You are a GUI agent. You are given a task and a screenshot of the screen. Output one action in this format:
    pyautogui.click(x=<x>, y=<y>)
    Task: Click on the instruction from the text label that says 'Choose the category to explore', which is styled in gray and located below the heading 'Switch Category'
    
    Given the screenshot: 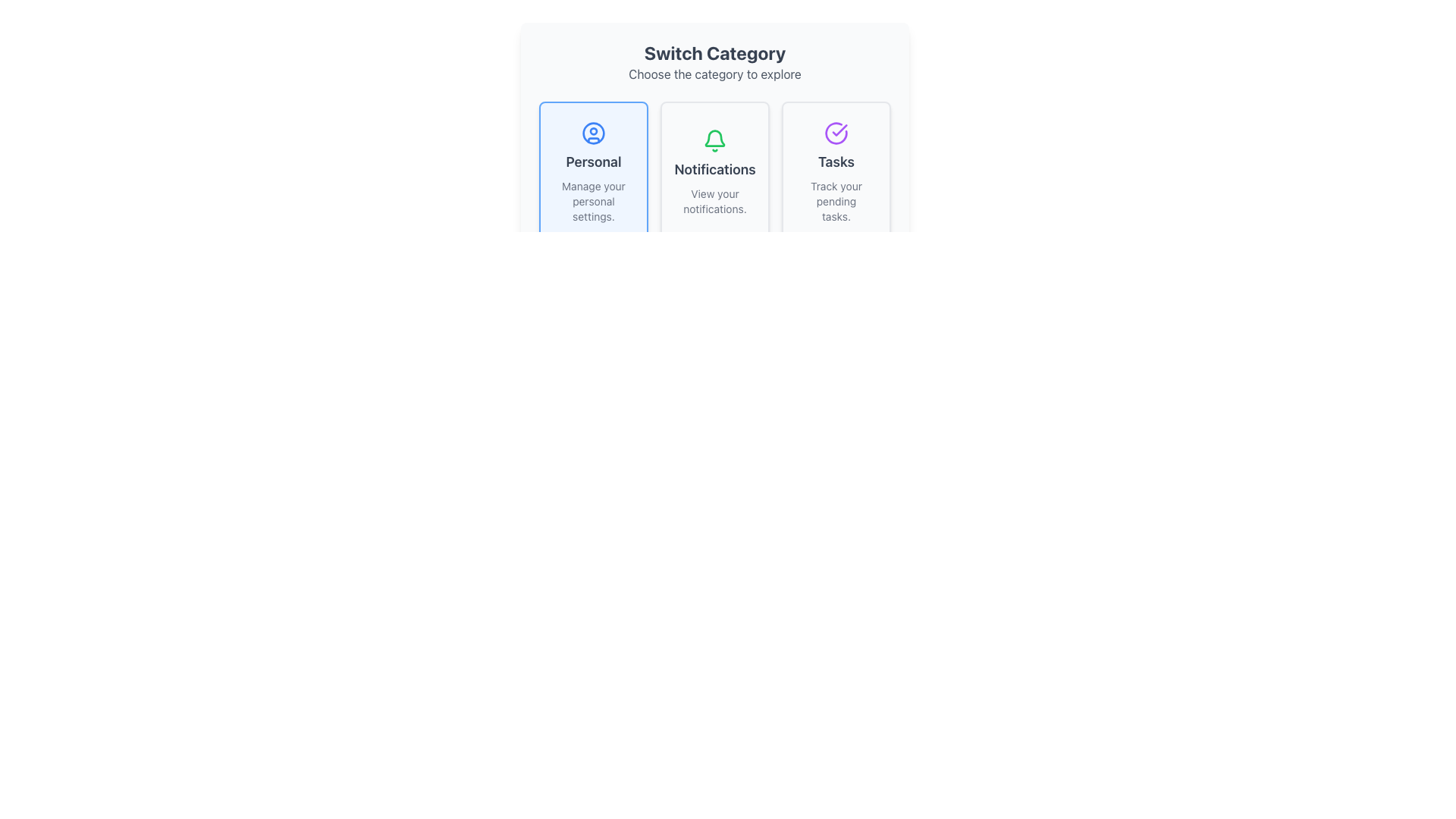 What is the action you would take?
    pyautogui.click(x=714, y=74)
    